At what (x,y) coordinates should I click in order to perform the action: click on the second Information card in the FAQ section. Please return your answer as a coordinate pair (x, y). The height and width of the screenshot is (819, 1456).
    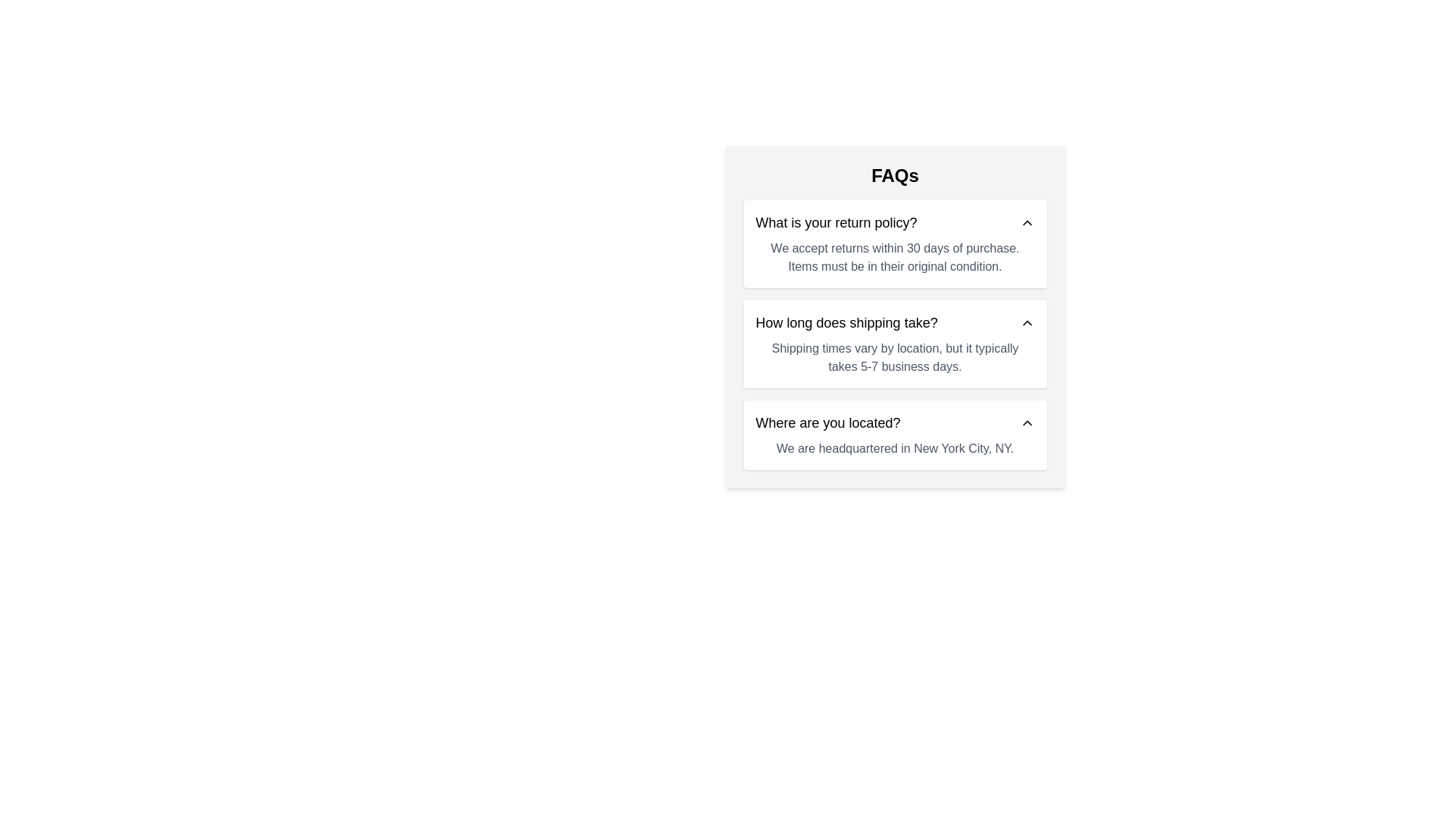
    Looking at the image, I should click on (895, 315).